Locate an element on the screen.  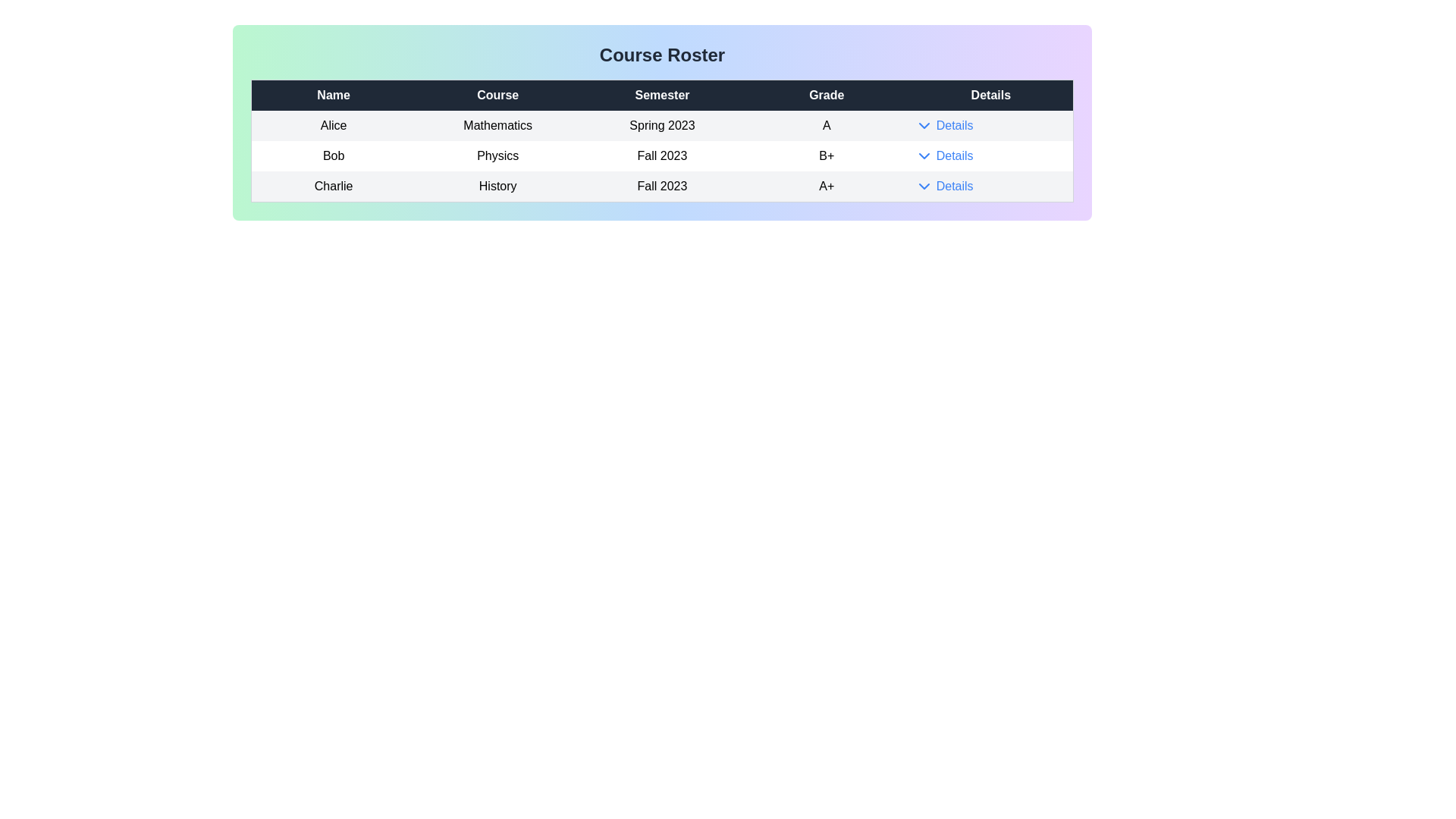
the text label displaying 'History' in bold black font, located in the second column of the third row under the 'Course' header in a light gray background is located at coordinates (497, 186).